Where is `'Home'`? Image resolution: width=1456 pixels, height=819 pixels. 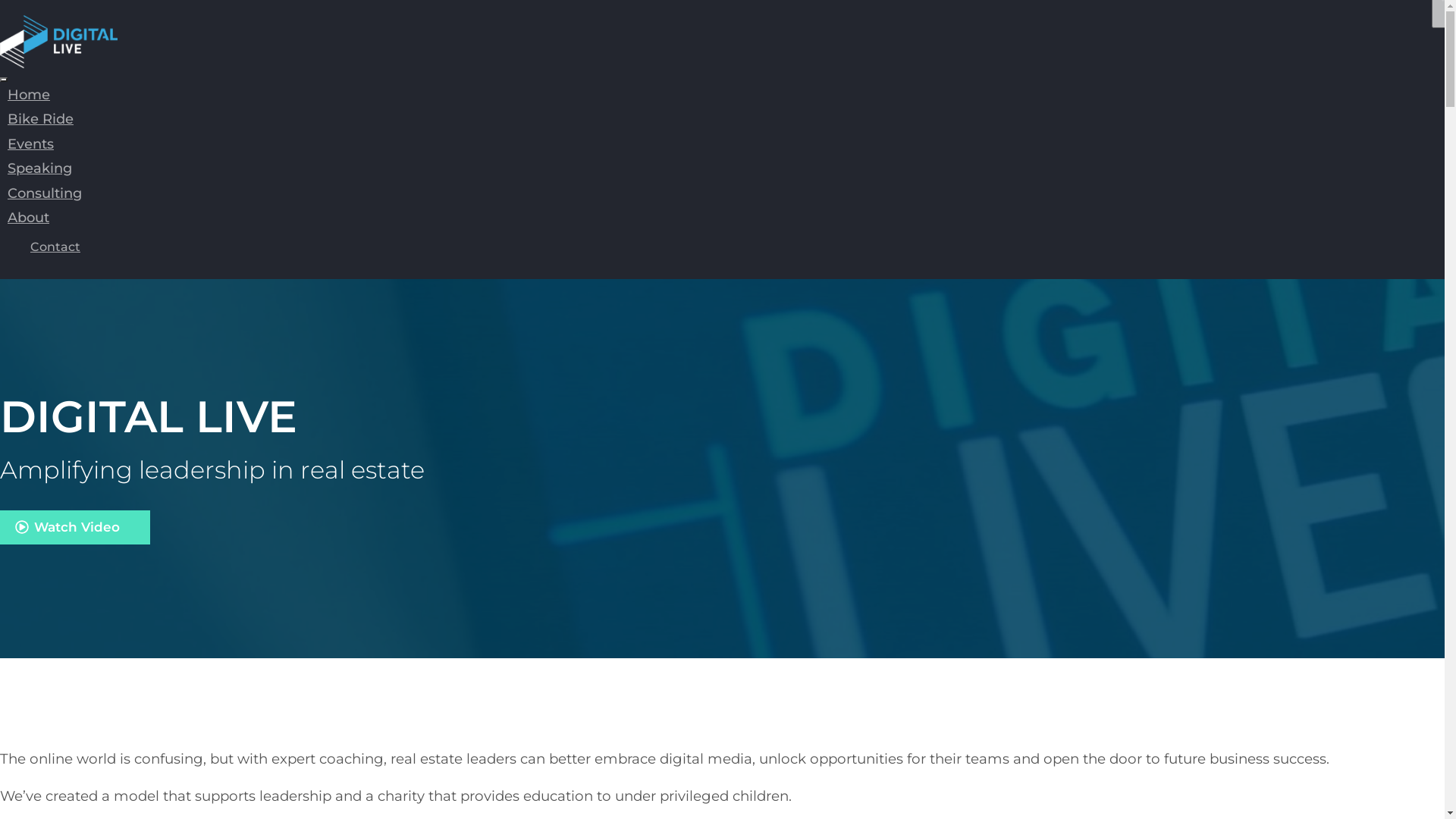 'Home' is located at coordinates (29, 94).